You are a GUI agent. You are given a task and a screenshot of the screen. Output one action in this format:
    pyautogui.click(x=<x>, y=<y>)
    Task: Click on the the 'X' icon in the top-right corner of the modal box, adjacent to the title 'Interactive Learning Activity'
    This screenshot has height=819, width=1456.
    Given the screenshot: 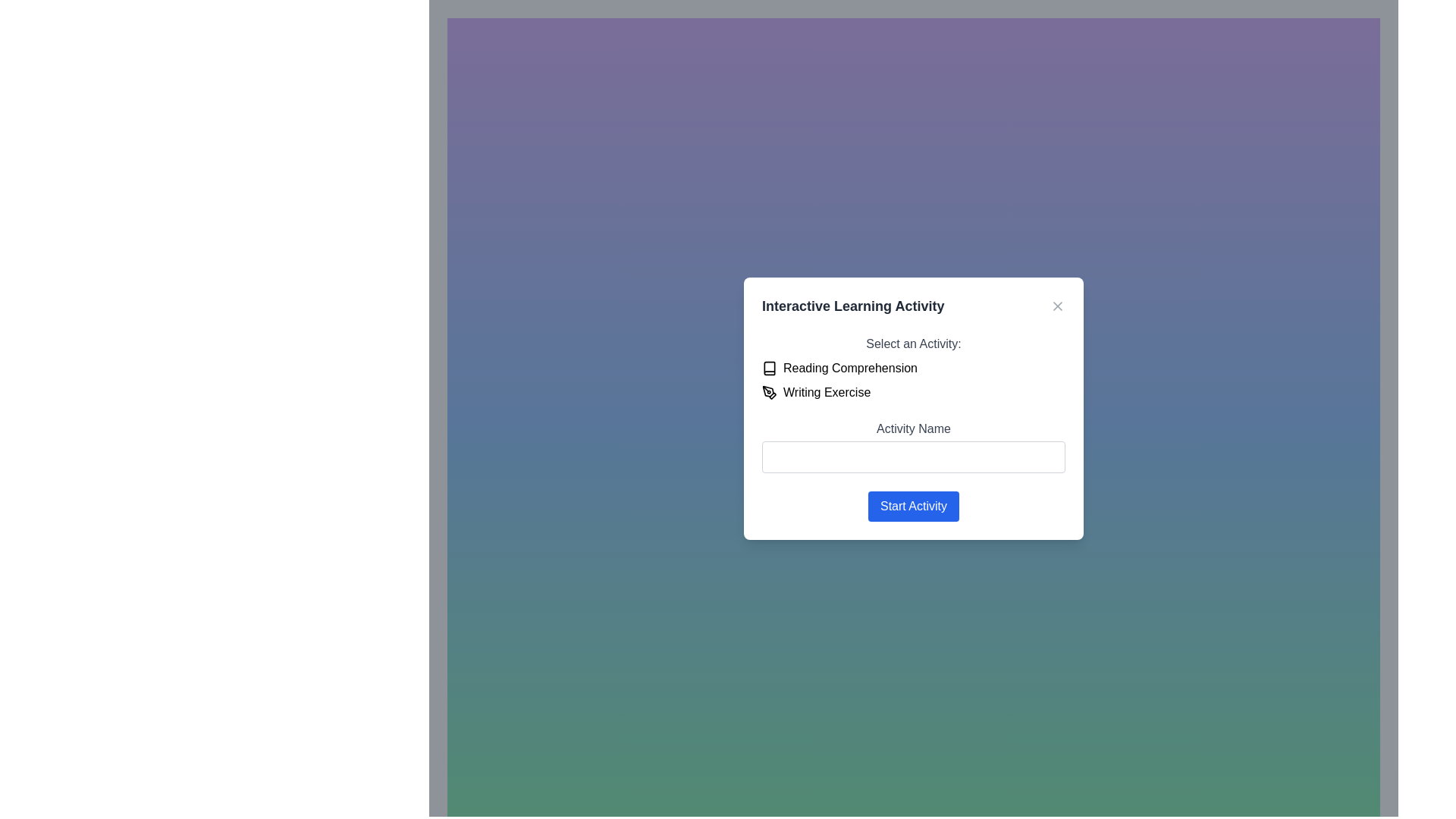 What is the action you would take?
    pyautogui.click(x=1057, y=306)
    